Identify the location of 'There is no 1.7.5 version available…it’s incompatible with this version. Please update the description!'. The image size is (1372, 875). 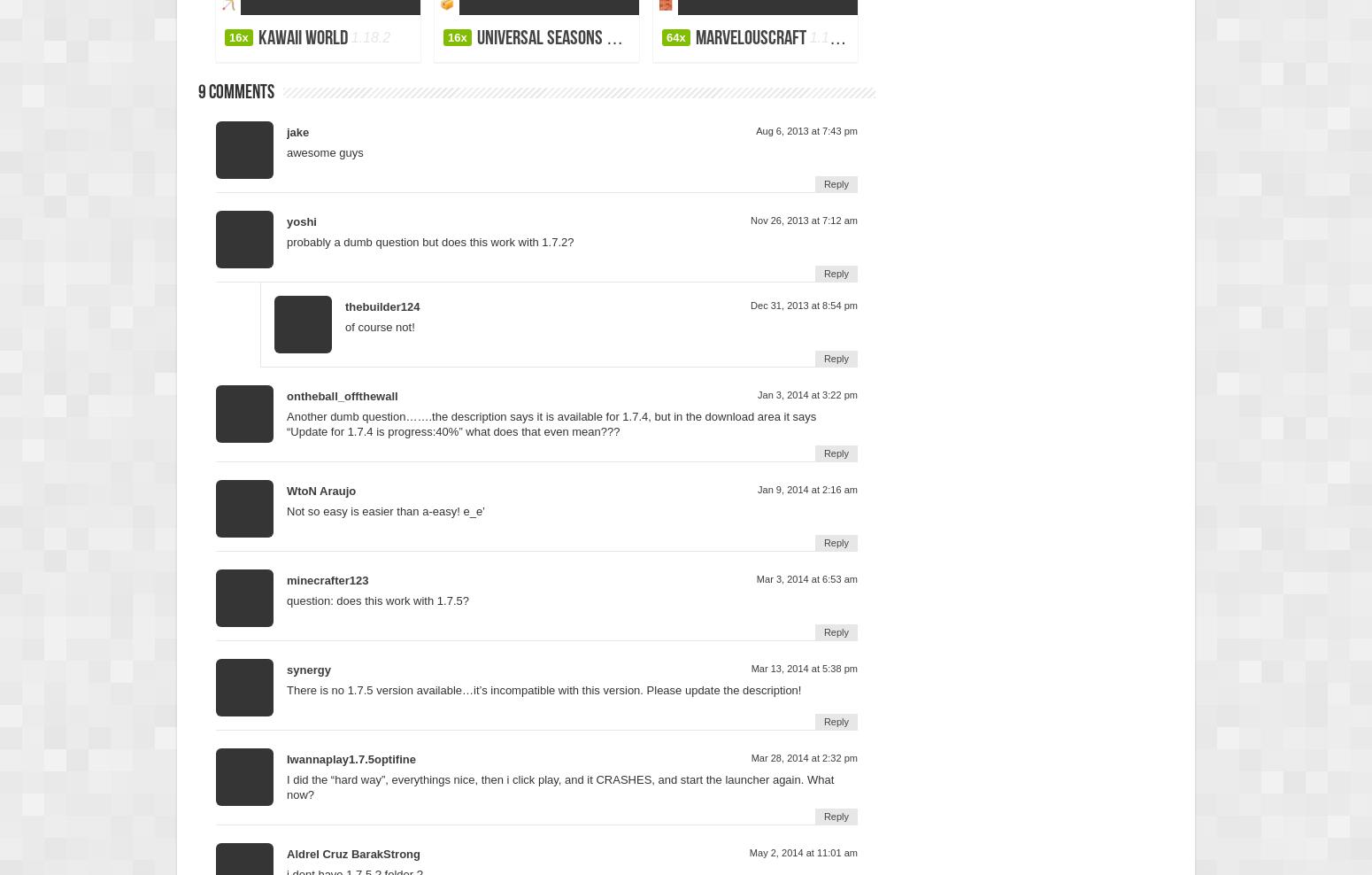
(543, 688).